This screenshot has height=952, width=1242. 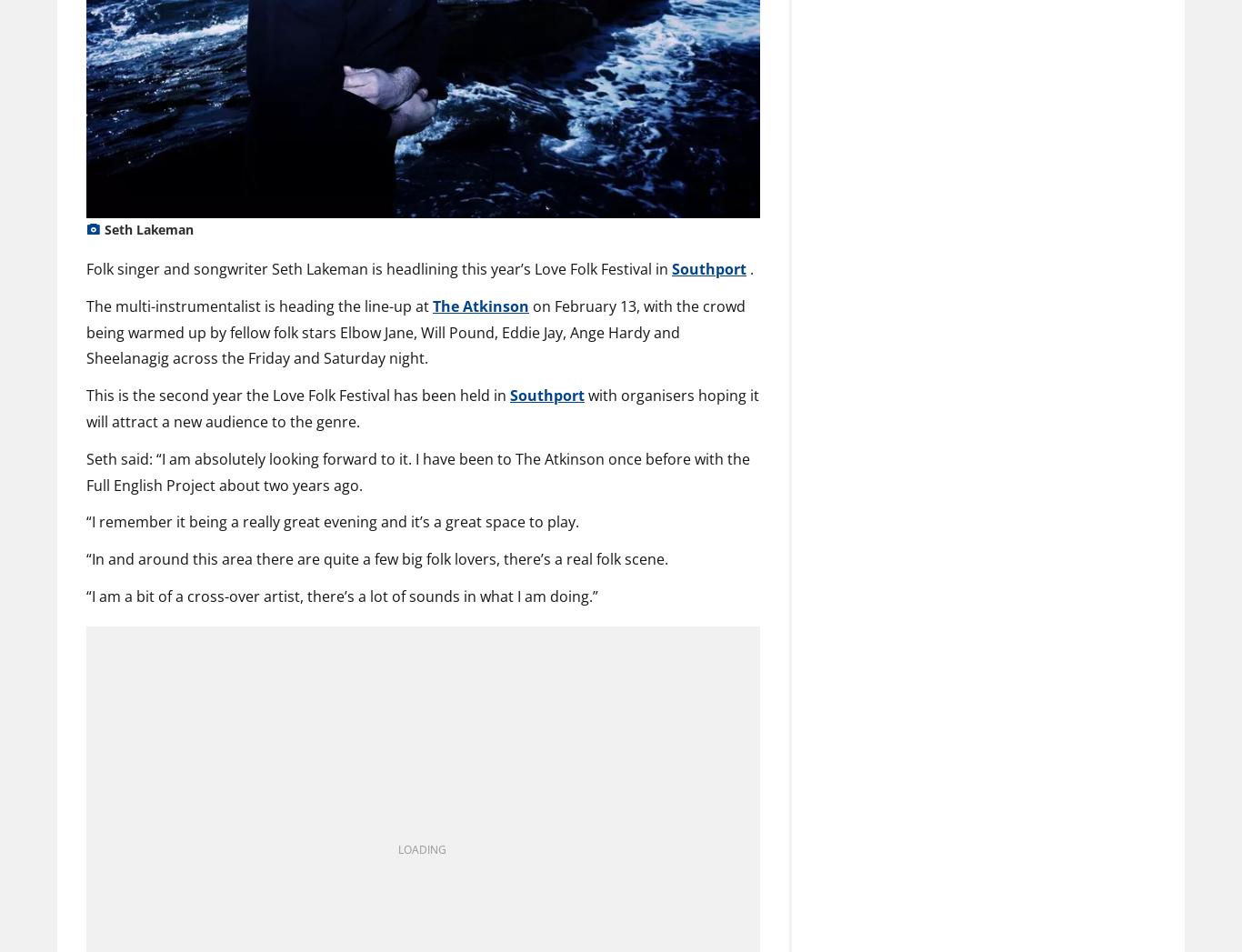 What do you see at coordinates (417, 470) in the screenshot?
I see `'Seth said: “I am absolutely looking forward to it. I have been to The Atkinson once before with the Full English Project about two years ago.'` at bounding box center [417, 470].